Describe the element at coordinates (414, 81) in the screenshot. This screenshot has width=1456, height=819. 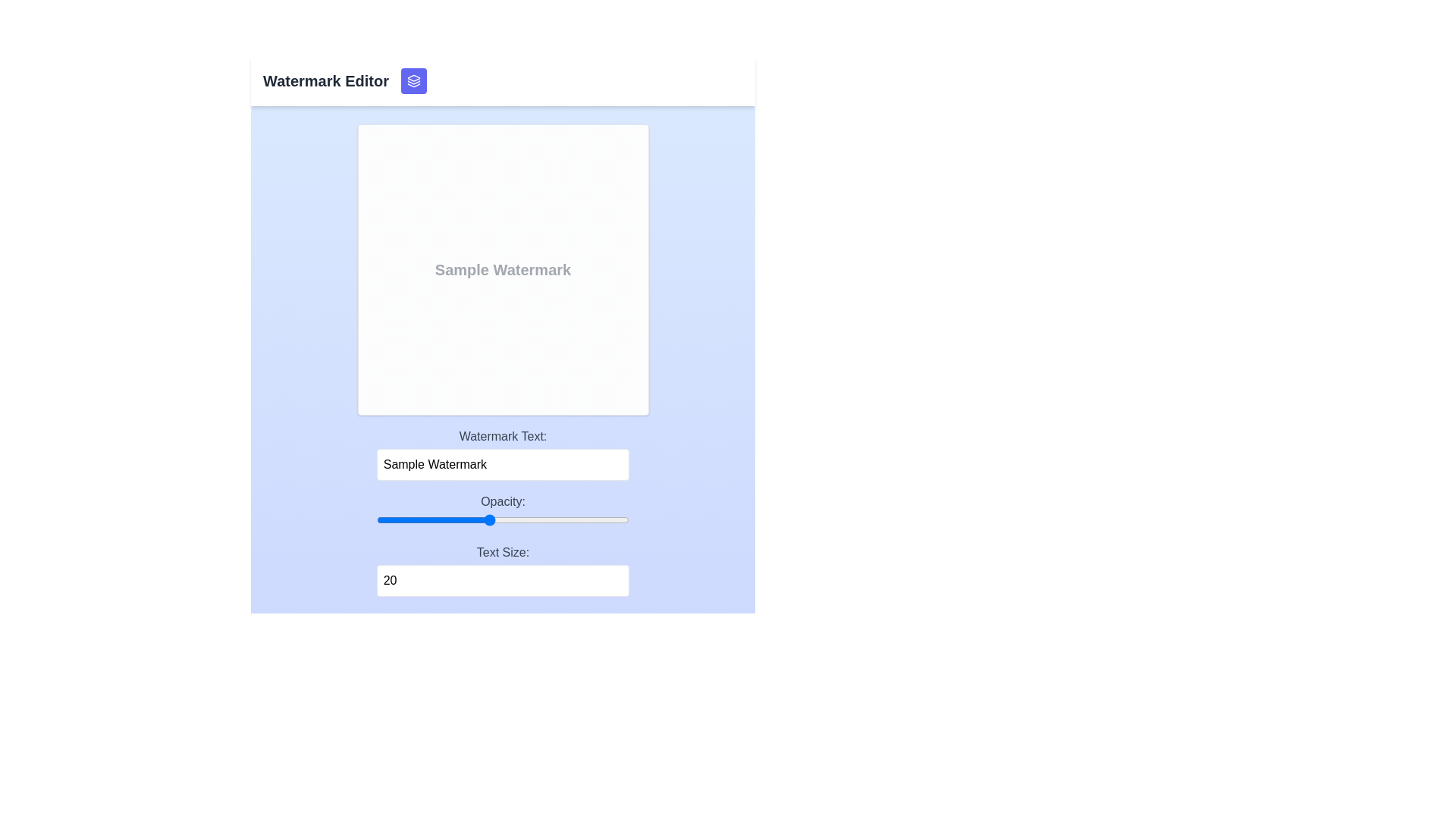
I see `the button located to the right of the 'Watermark Editor' header` at that location.